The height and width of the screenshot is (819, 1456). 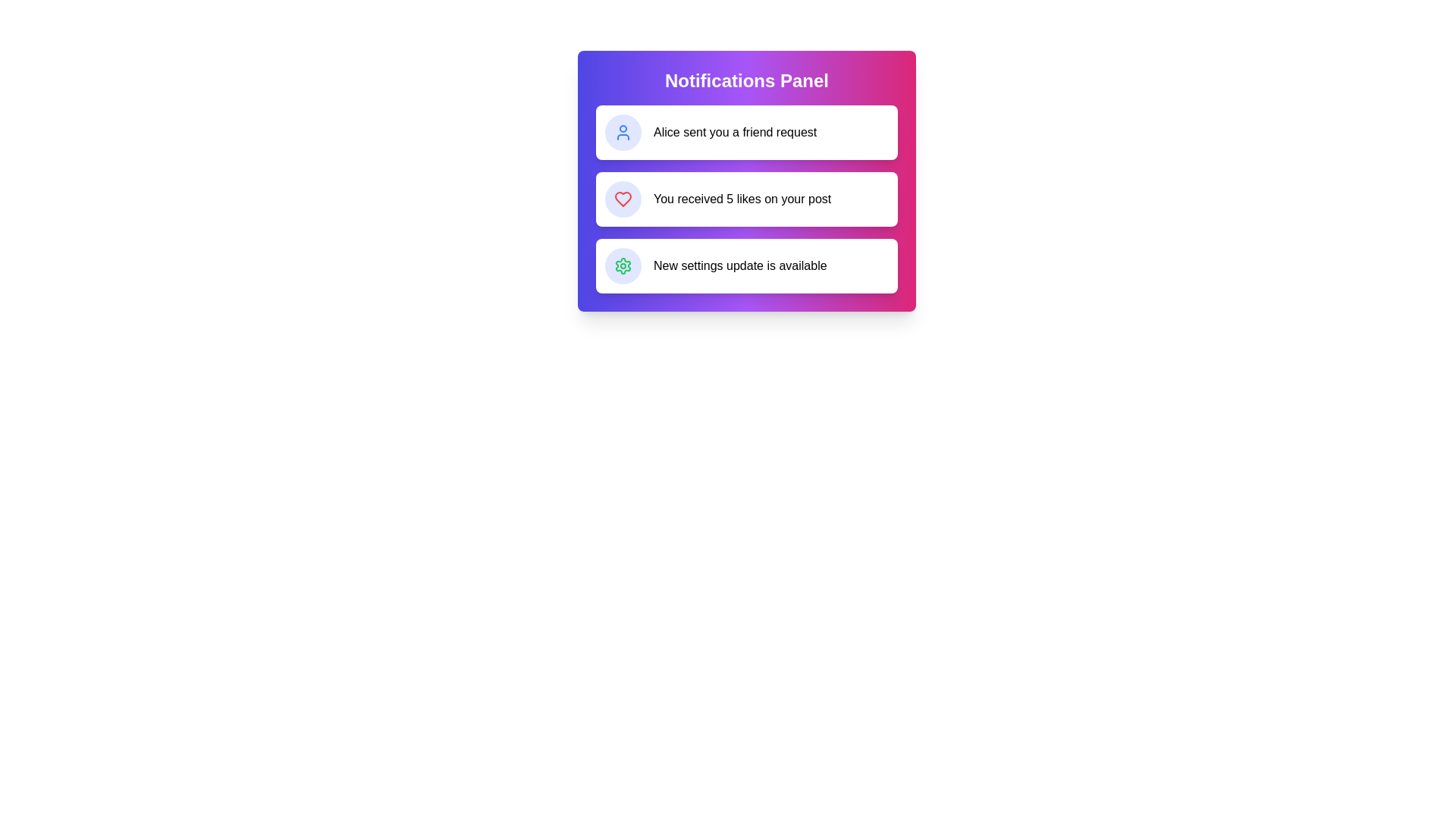 What do you see at coordinates (623, 198) in the screenshot?
I see `the red-colored heart icon with a rounded-edge design, located in the second notification row that reads 'You received 5 likes on your post'` at bounding box center [623, 198].